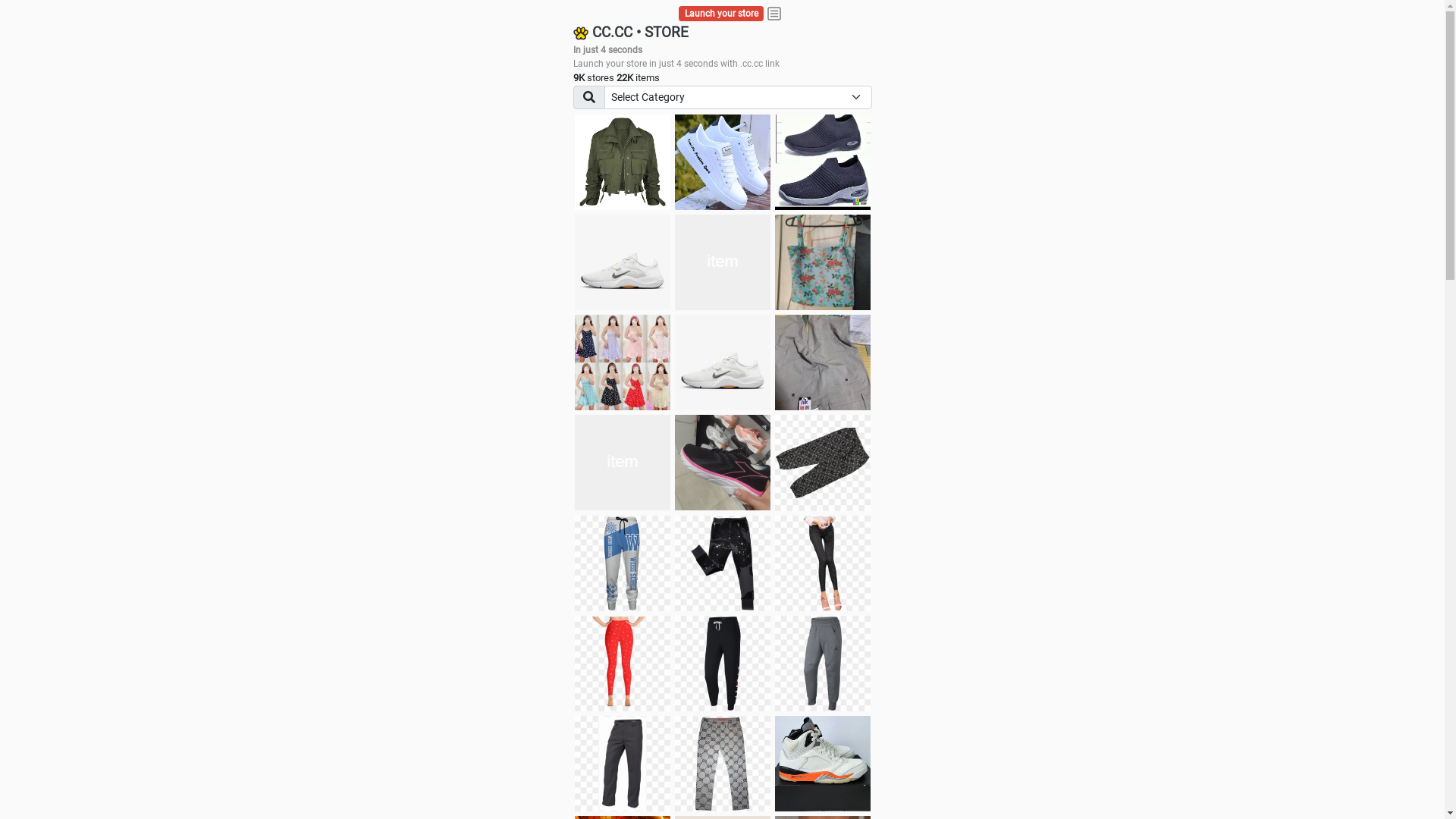 The image size is (1456, 819). I want to click on 'Launch your store', so click(720, 14).